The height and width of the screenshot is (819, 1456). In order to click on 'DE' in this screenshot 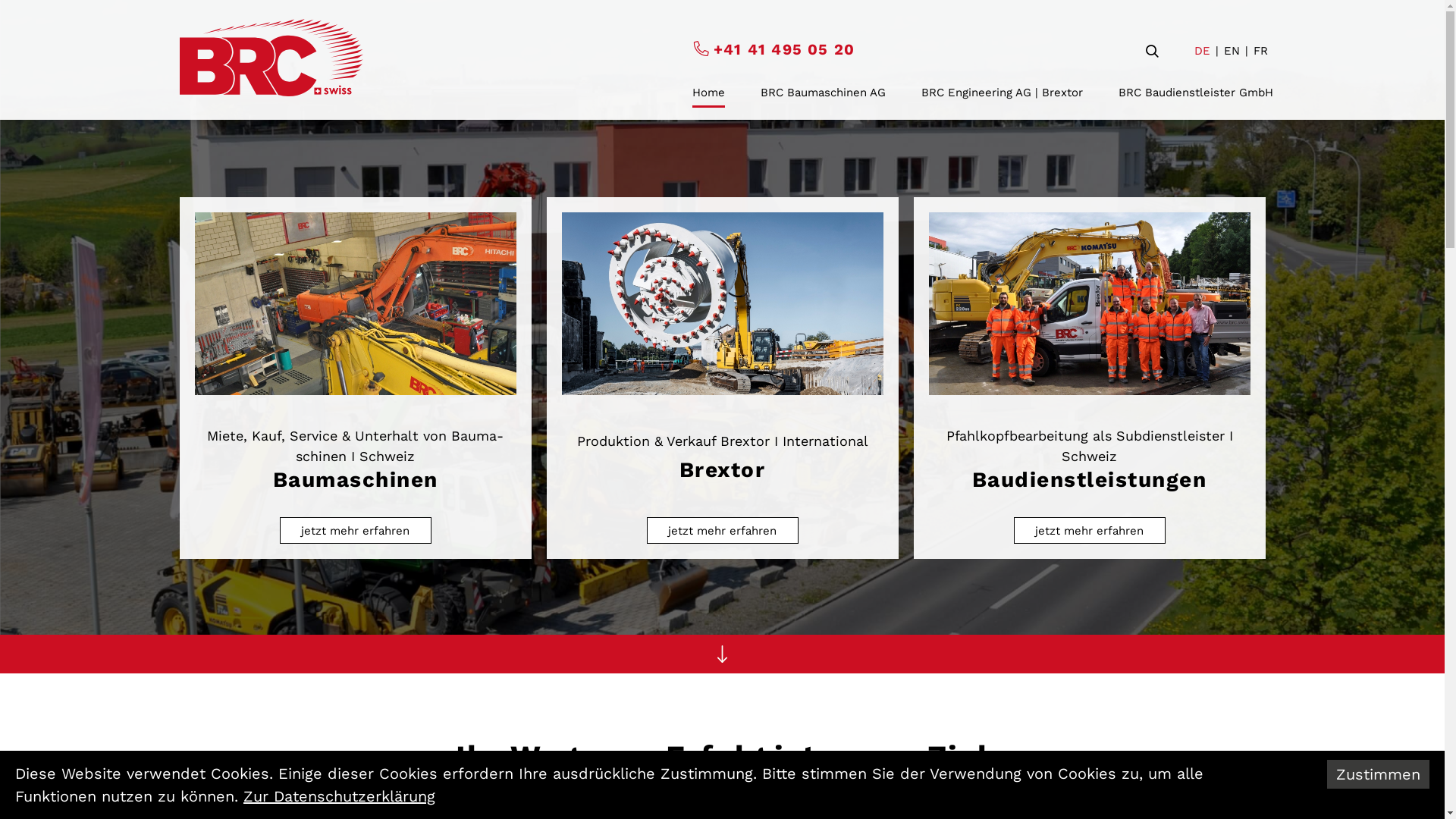, I will do `click(1193, 50)`.